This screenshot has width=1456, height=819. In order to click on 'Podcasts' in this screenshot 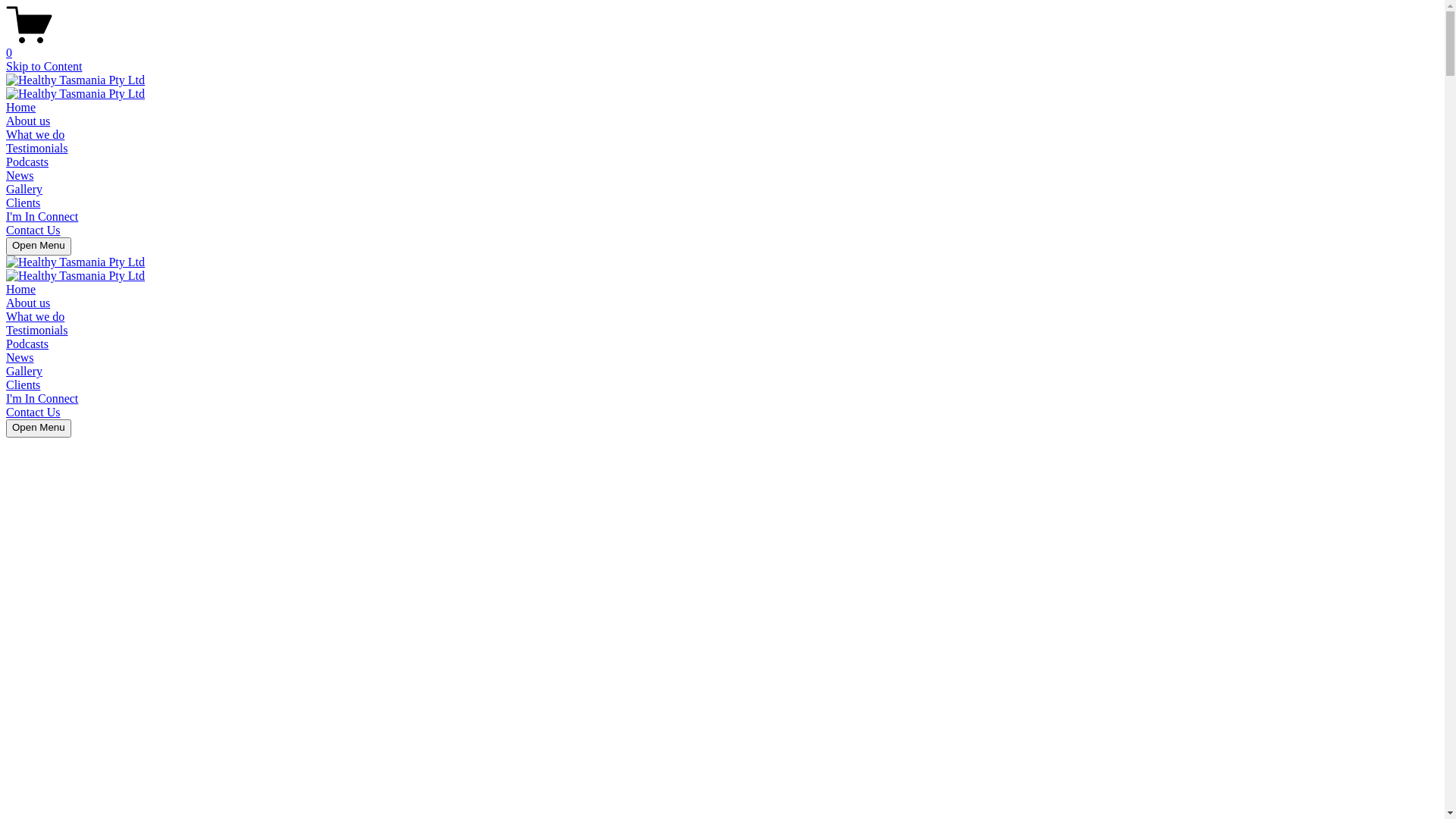, I will do `click(27, 162)`.